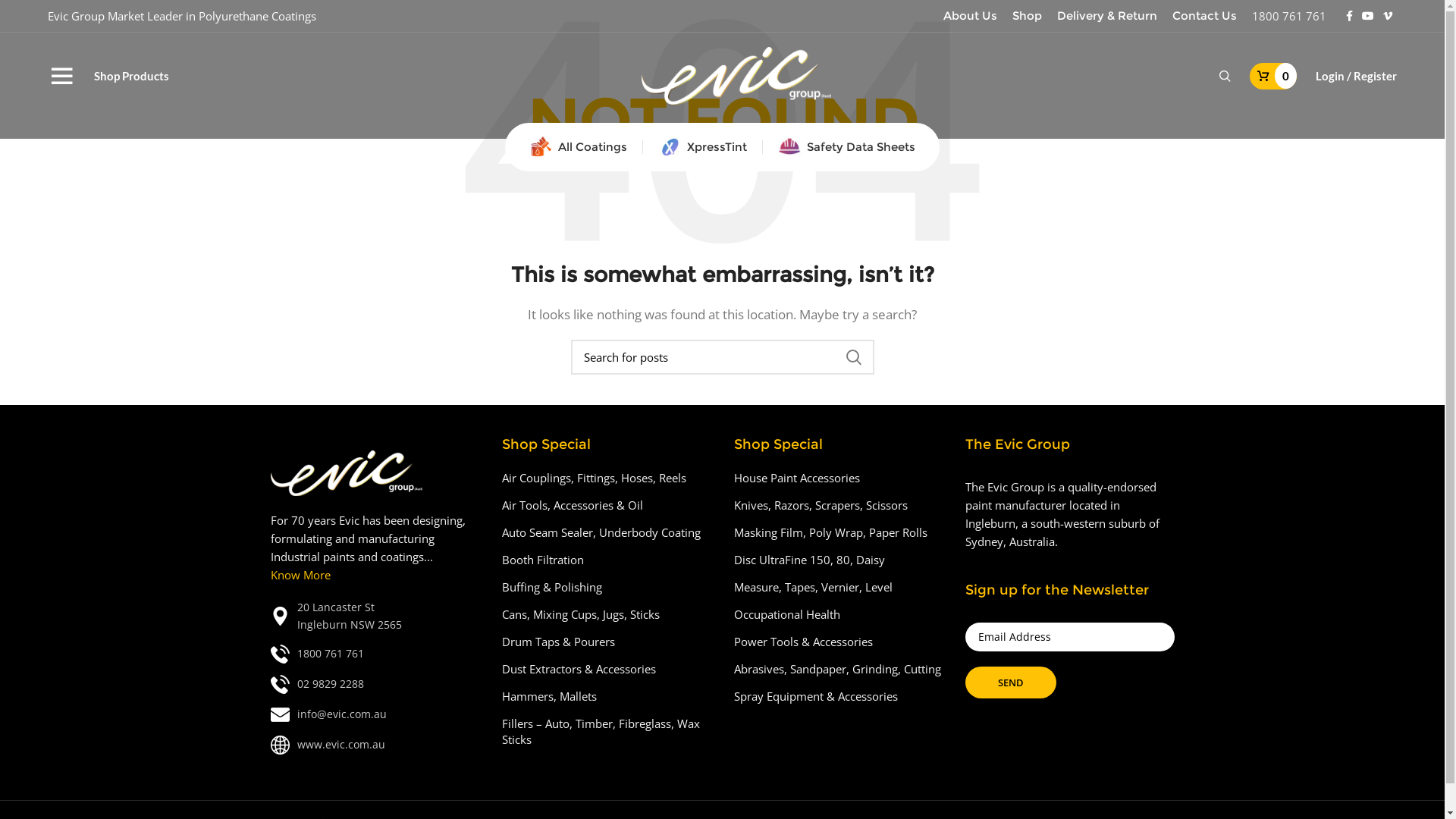 This screenshot has height=819, width=1456. Describe the element at coordinates (601, 532) in the screenshot. I see `'Auto Seam Sealer, Underbody Coating'` at that location.